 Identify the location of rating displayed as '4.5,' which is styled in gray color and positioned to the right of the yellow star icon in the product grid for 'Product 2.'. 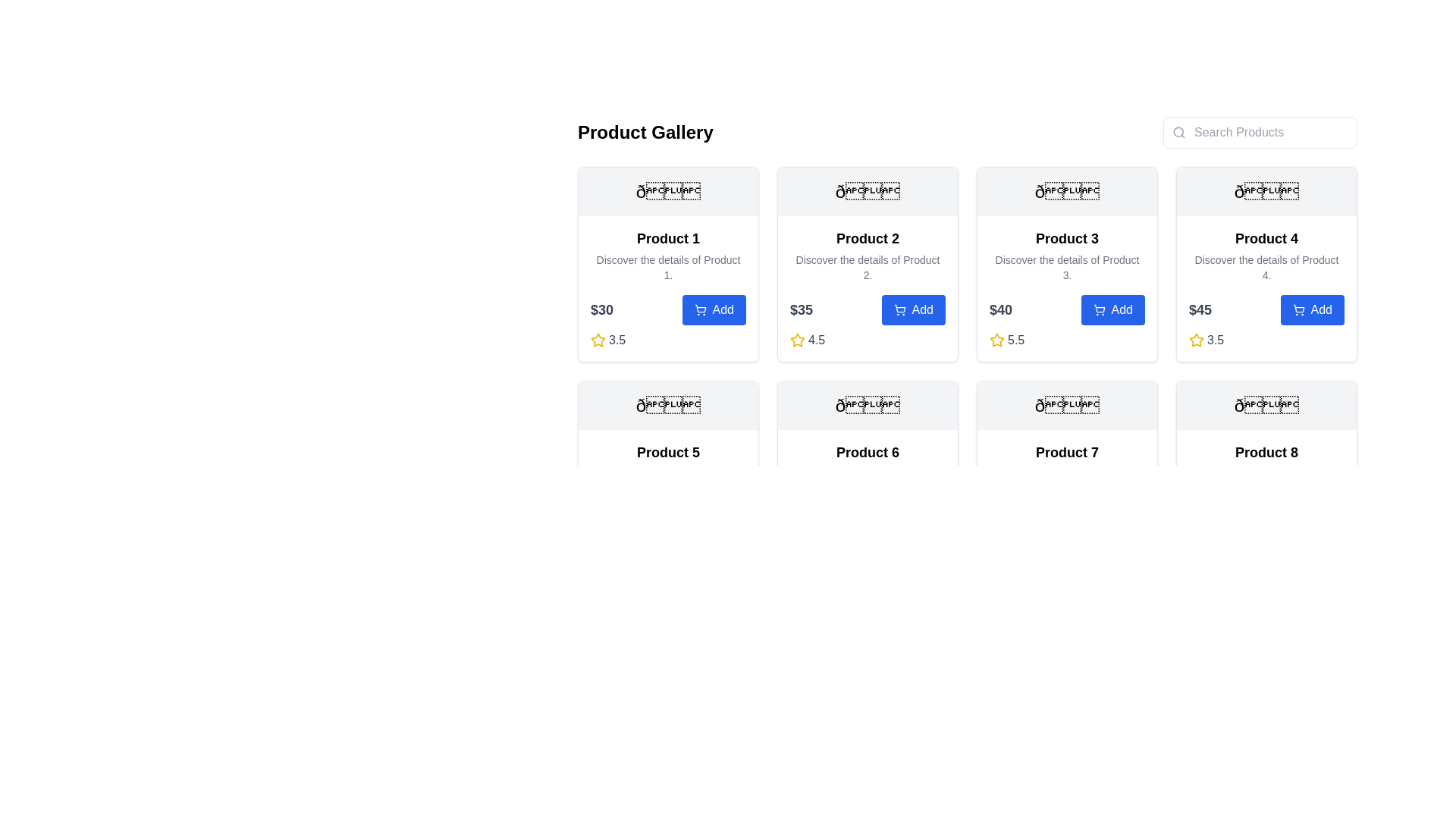
(816, 339).